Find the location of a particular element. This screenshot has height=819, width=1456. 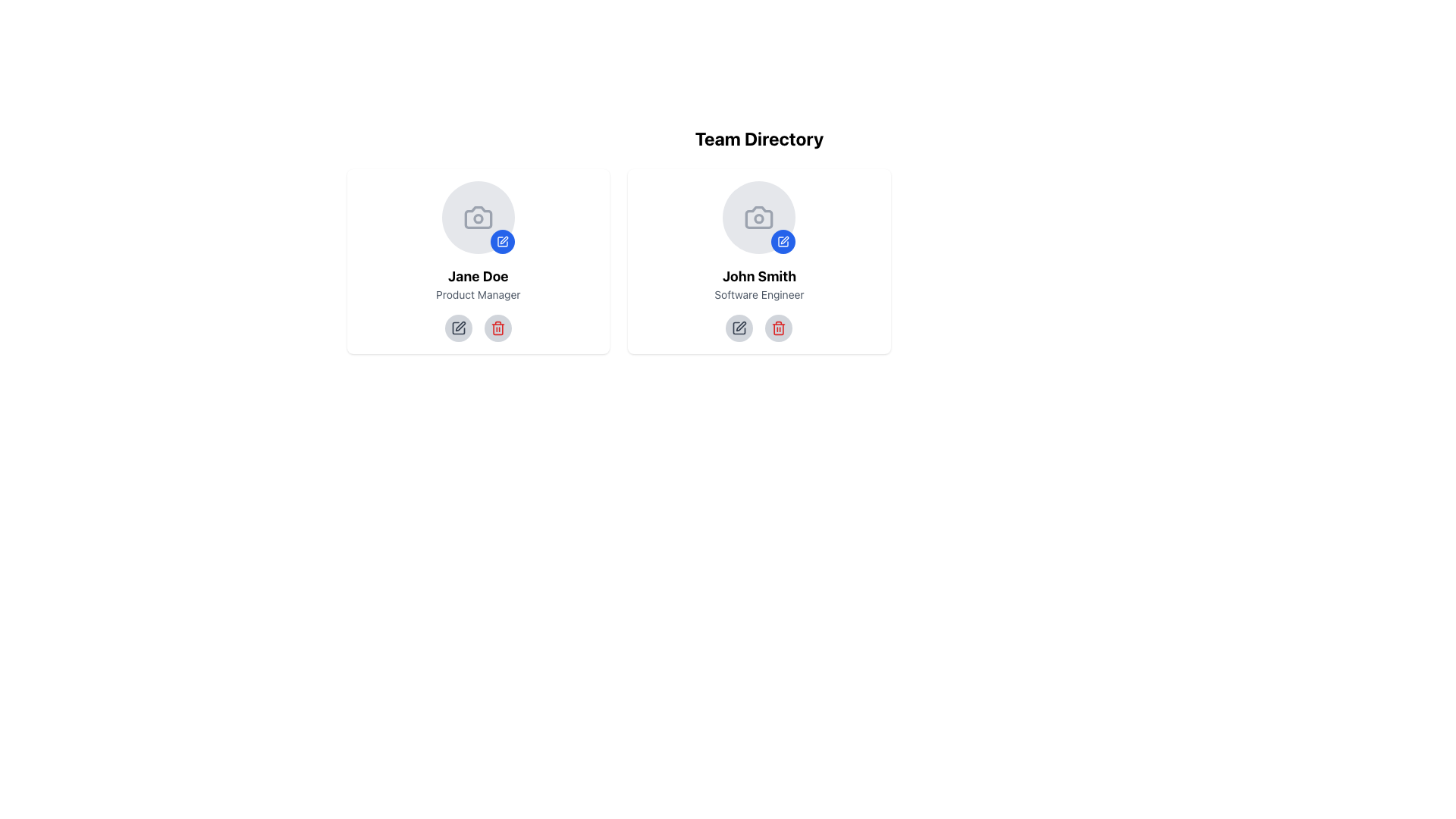

the visual representation of the camera icon located centrally within the circular profile image space of the second user profile card under the text 'John Smith' in the 'Team Directory' is located at coordinates (759, 217).